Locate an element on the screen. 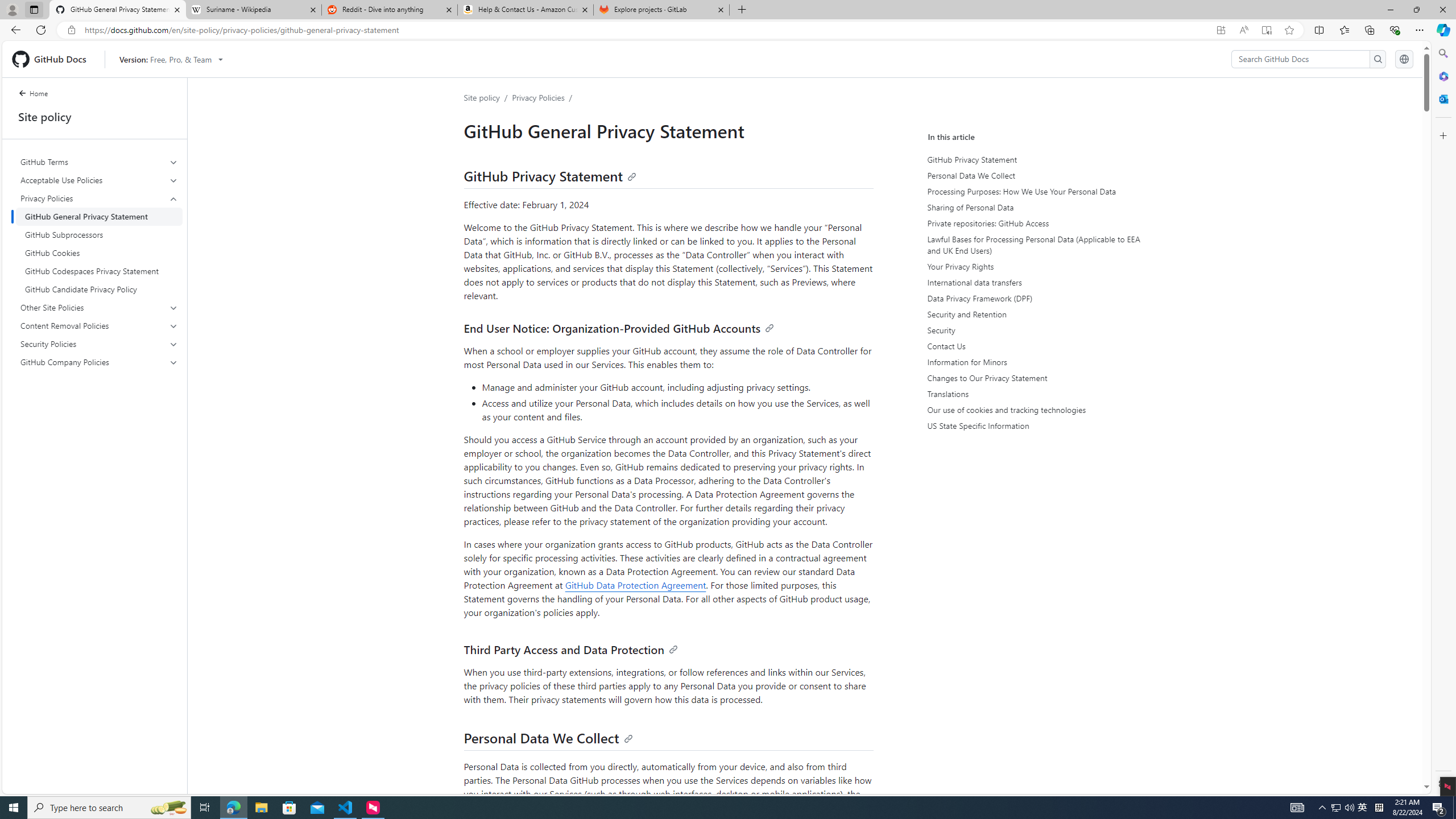 The width and height of the screenshot is (1456, 819). 'GitHub Cookies' is located at coordinates (99, 253).